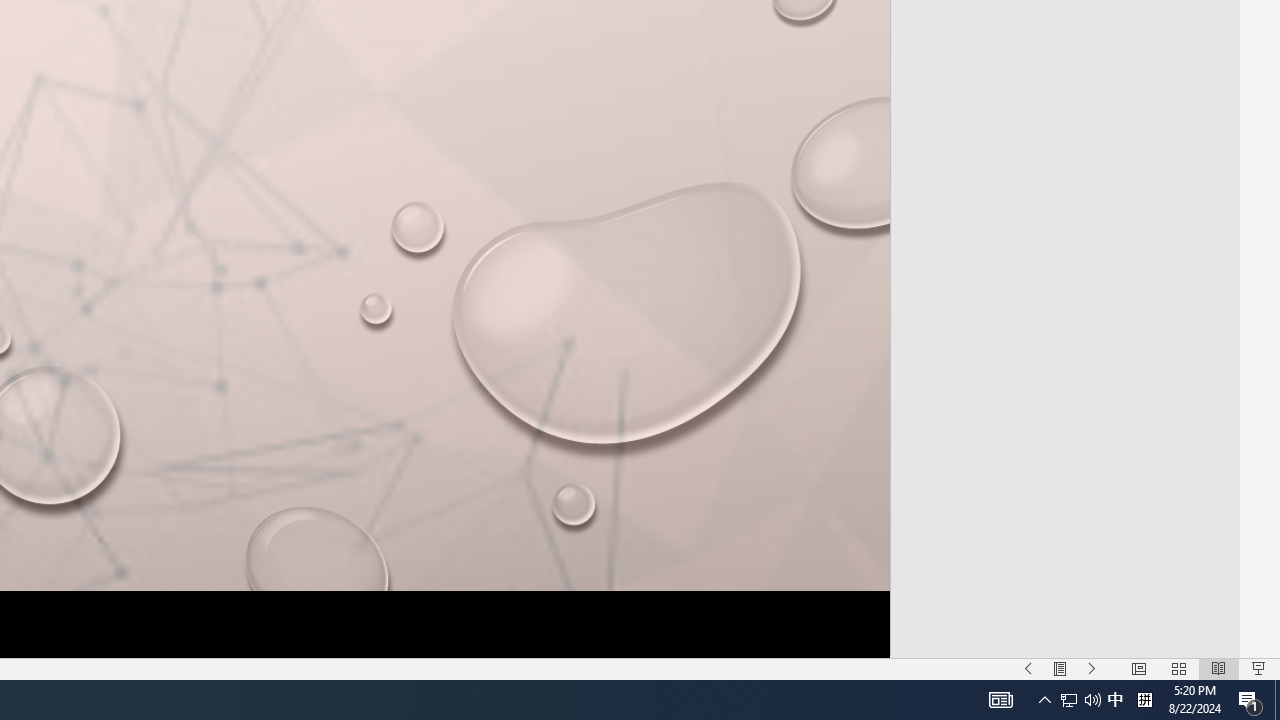 Image resolution: width=1280 pixels, height=720 pixels. Describe the element at coordinates (1257, 669) in the screenshot. I see `'Slide Show'` at that location.